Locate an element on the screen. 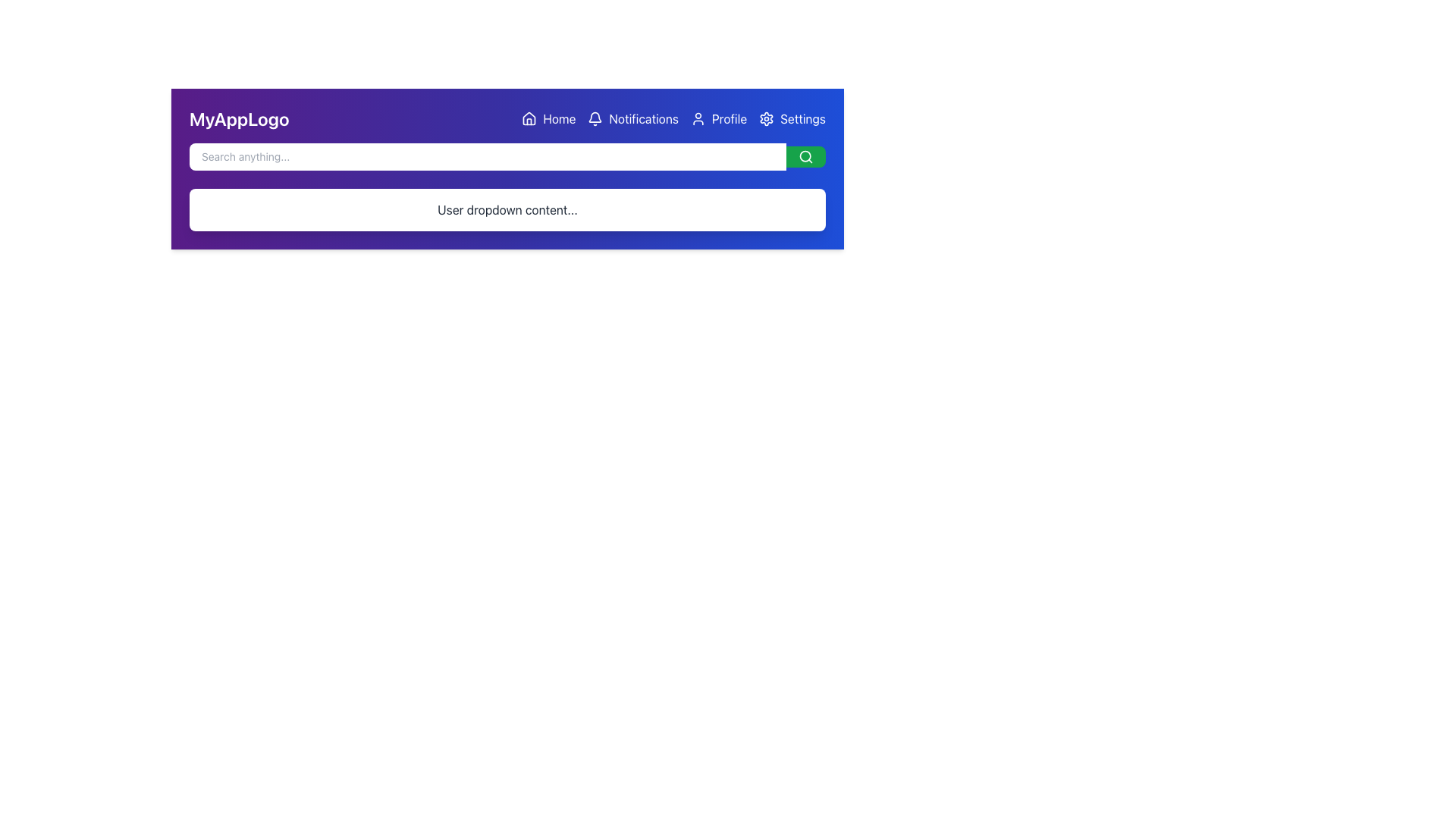 The image size is (1456, 819). the innermost circular component of the search icon is located at coordinates (805, 156).